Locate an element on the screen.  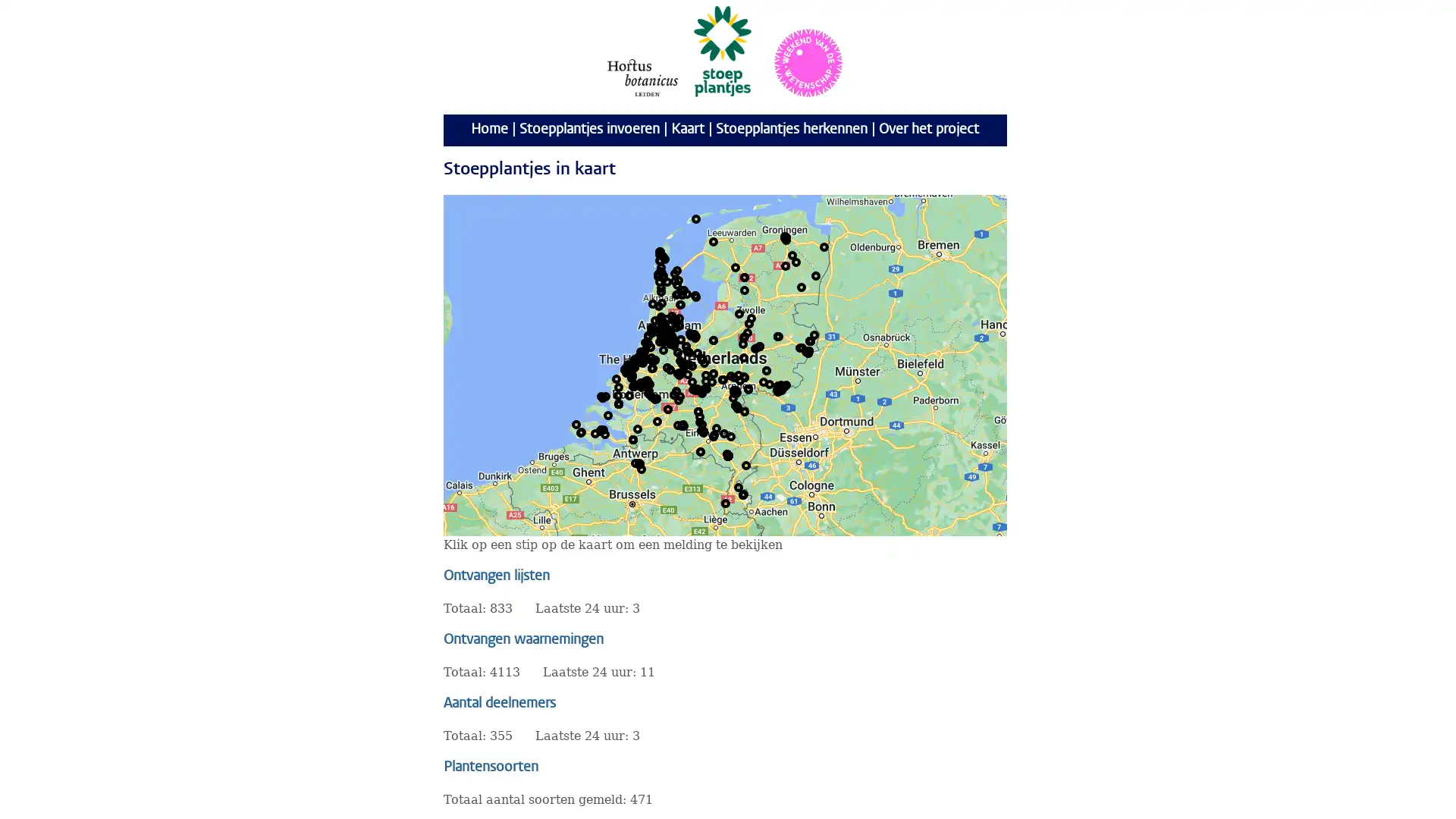
Telling van op 05 februari 2022 is located at coordinates (635, 461).